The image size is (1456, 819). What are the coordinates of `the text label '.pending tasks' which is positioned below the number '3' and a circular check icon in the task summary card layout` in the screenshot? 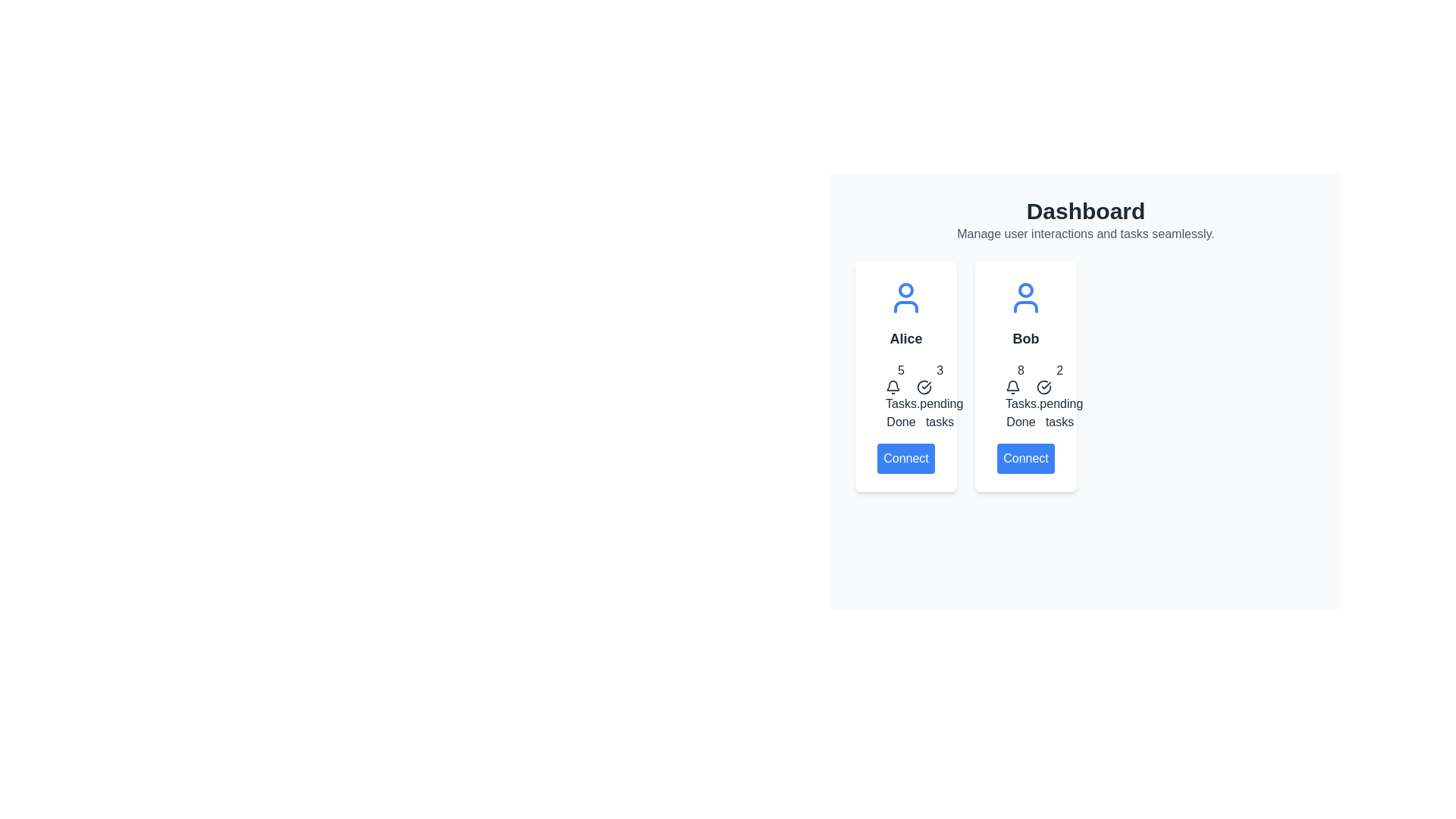 It's located at (939, 413).